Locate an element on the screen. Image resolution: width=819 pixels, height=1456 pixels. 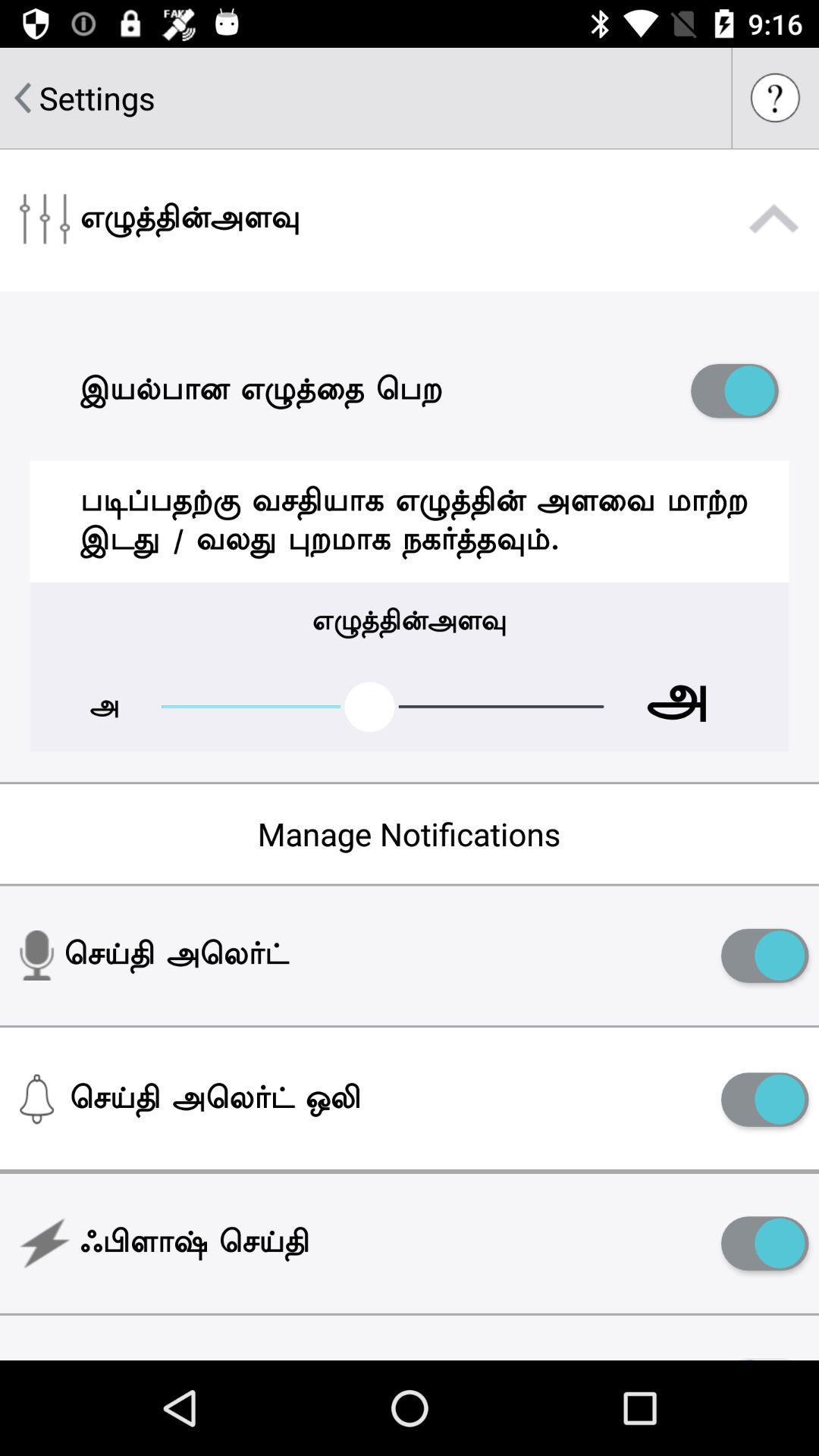
the icon to the right of the night mode icon is located at coordinates (764, 1355).